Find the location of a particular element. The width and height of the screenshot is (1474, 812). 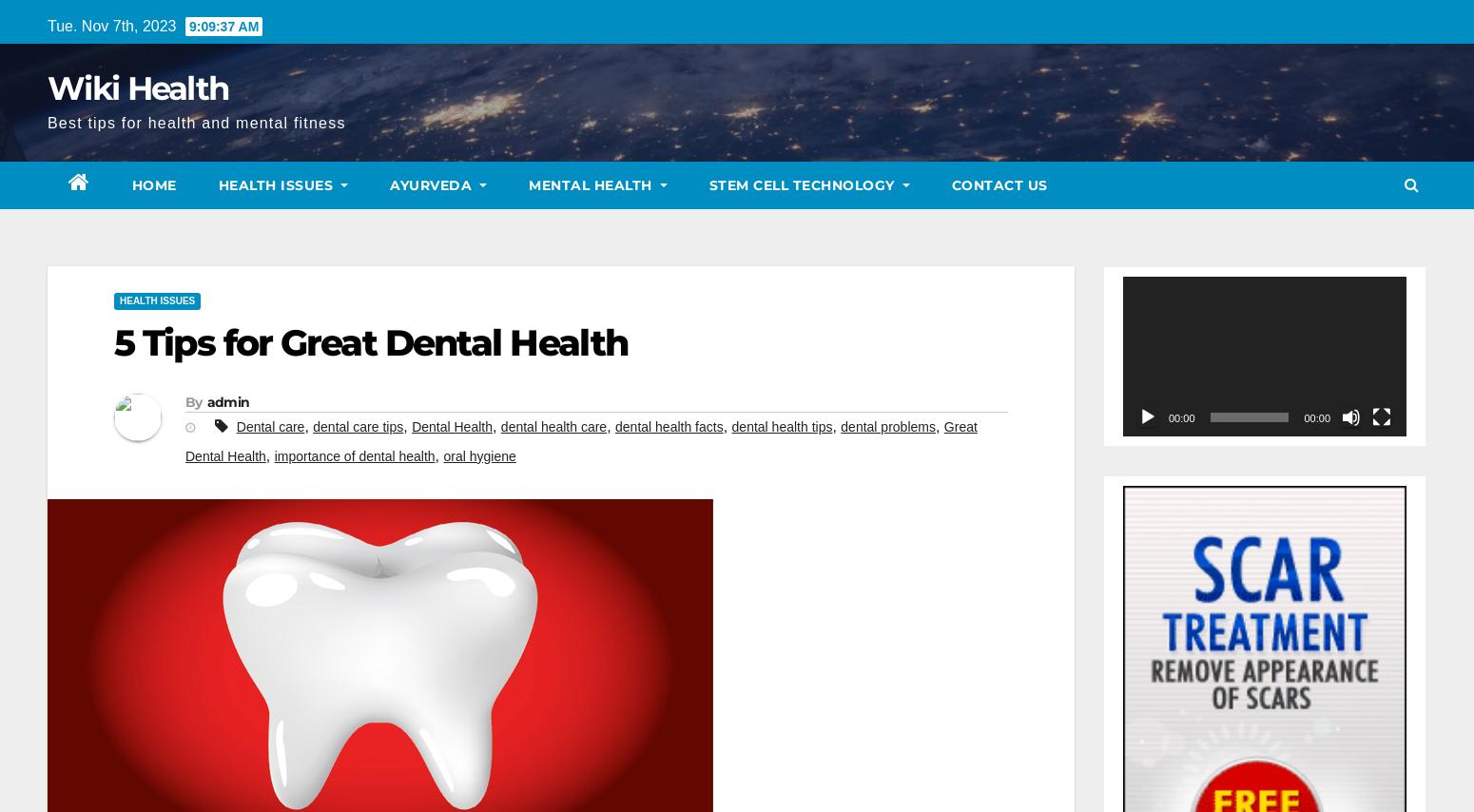

'dental health facts' is located at coordinates (669, 425).